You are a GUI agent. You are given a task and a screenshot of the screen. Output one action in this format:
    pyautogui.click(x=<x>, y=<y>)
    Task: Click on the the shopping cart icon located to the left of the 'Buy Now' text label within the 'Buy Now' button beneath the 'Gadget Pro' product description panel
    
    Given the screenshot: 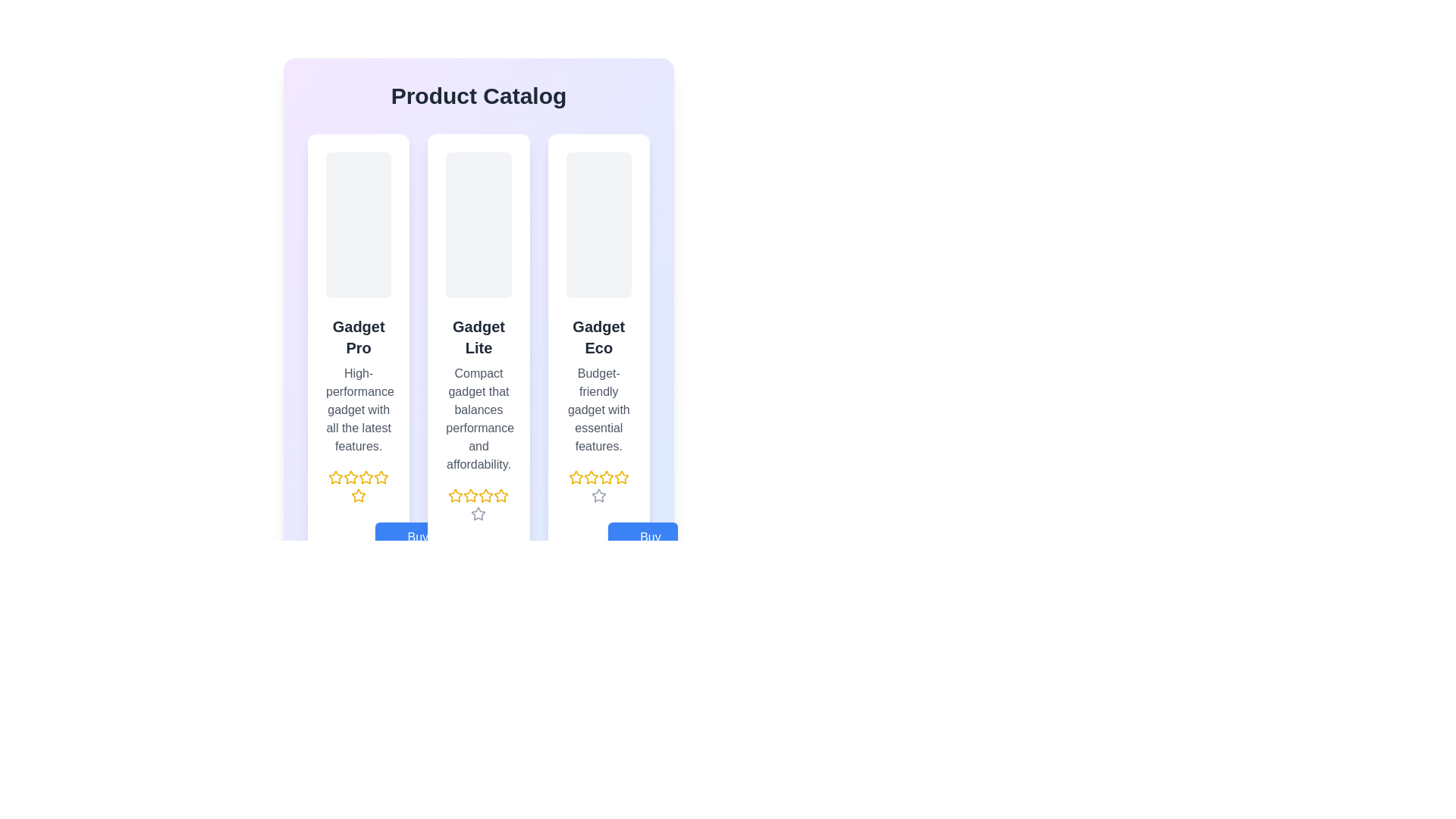 What is the action you would take?
    pyautogui.click(x=392, y=547)
    